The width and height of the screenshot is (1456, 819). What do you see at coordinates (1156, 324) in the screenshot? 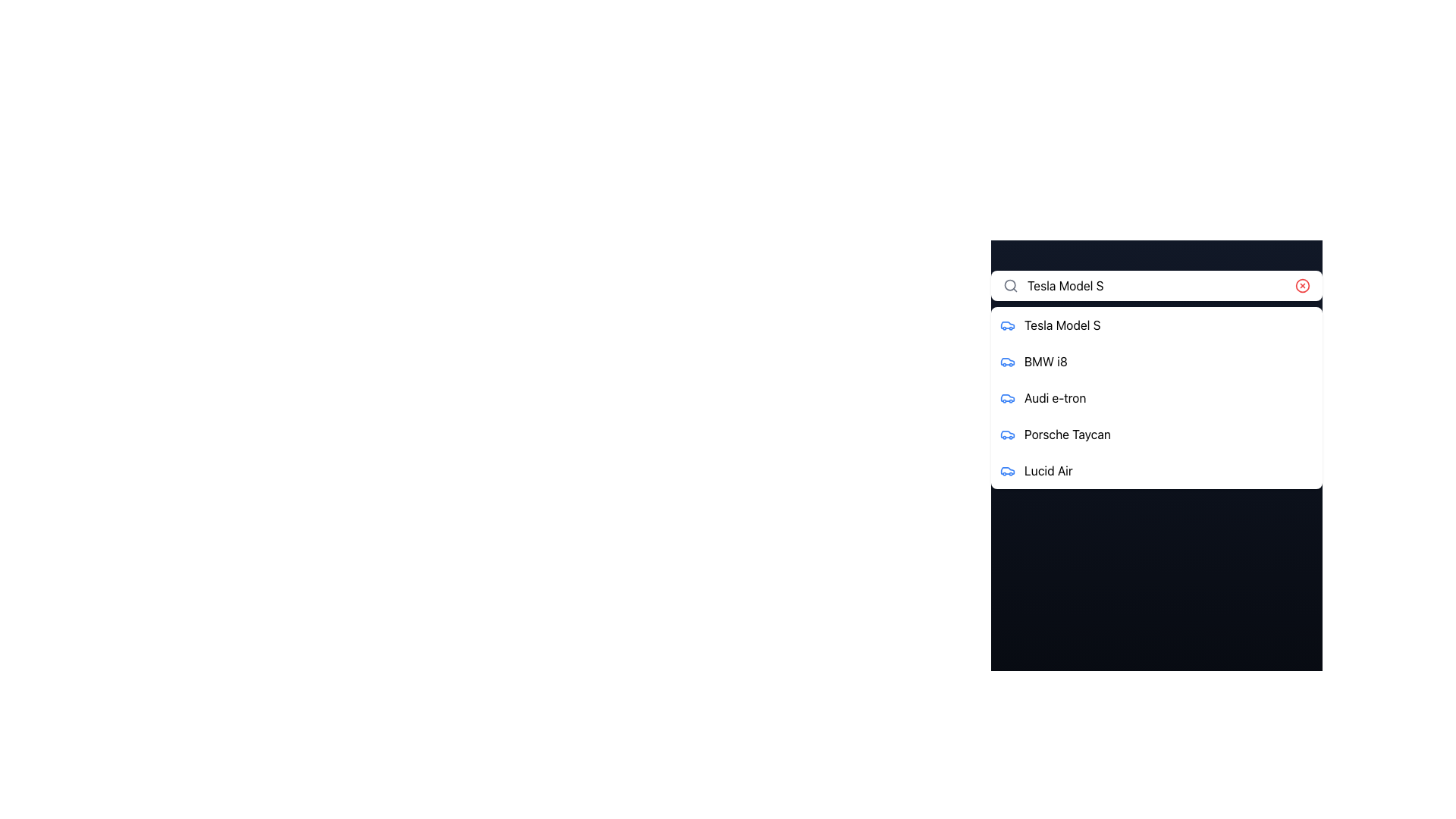
I see `the 'Tesla Model S' option in the dropdown menu` at bounding box center [1156, 324].